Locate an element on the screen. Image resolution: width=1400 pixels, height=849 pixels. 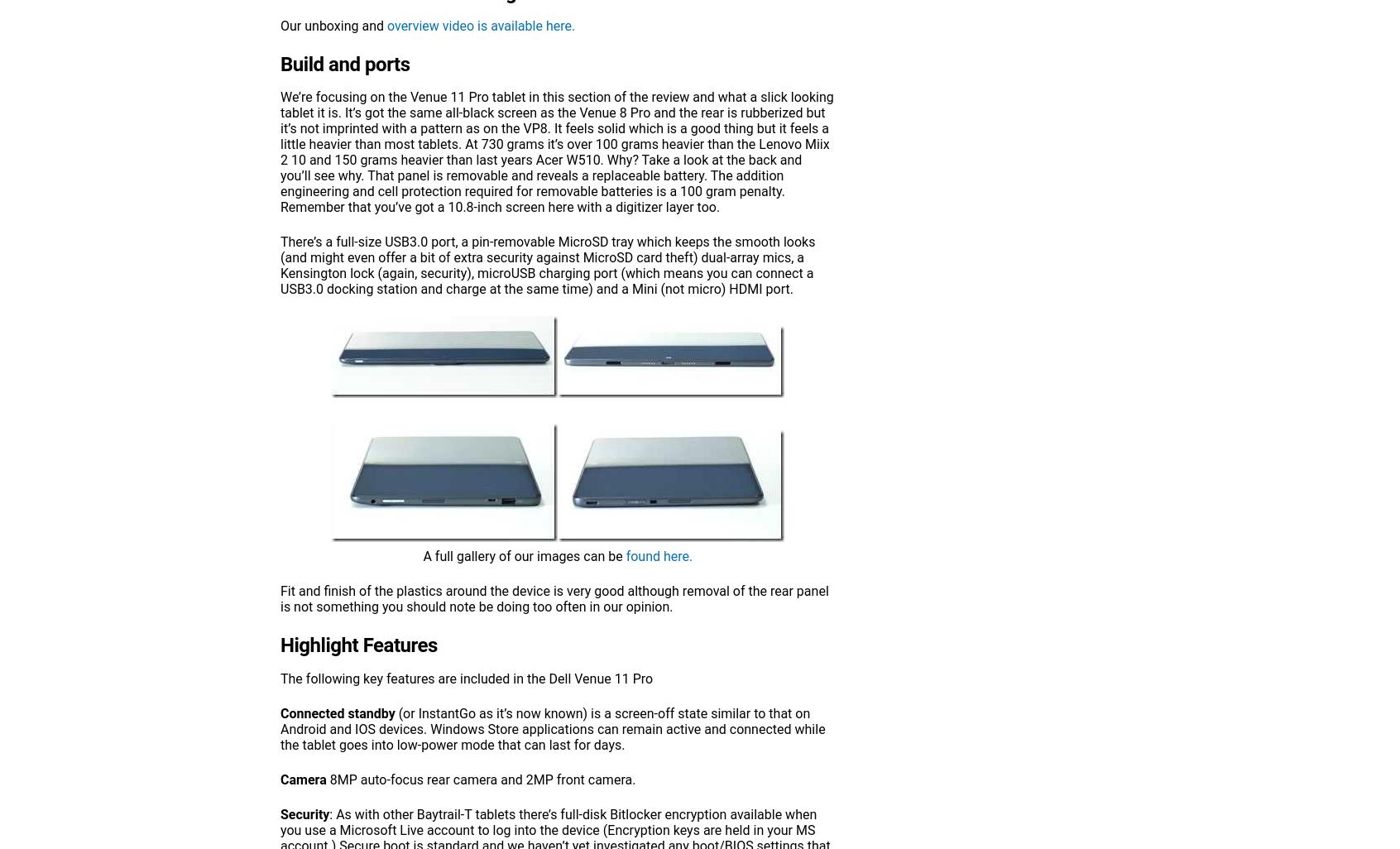
'overview video is available here.' is located at coordinates (480, 25).